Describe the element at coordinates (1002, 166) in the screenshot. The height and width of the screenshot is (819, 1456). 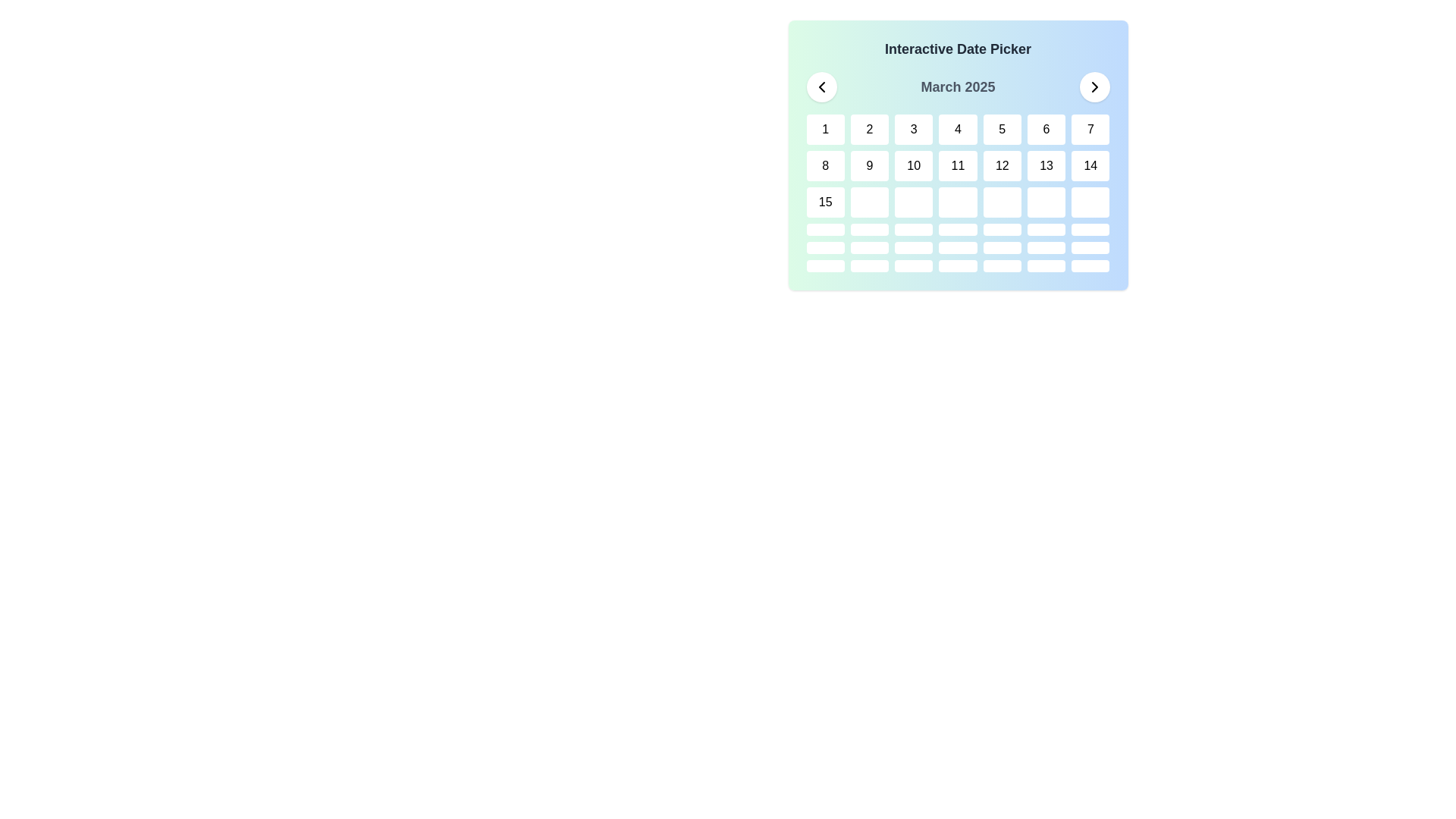
I see `the selectable button representing the 12th day of the month in the date picker interface to trigger the hover effect` at that location.